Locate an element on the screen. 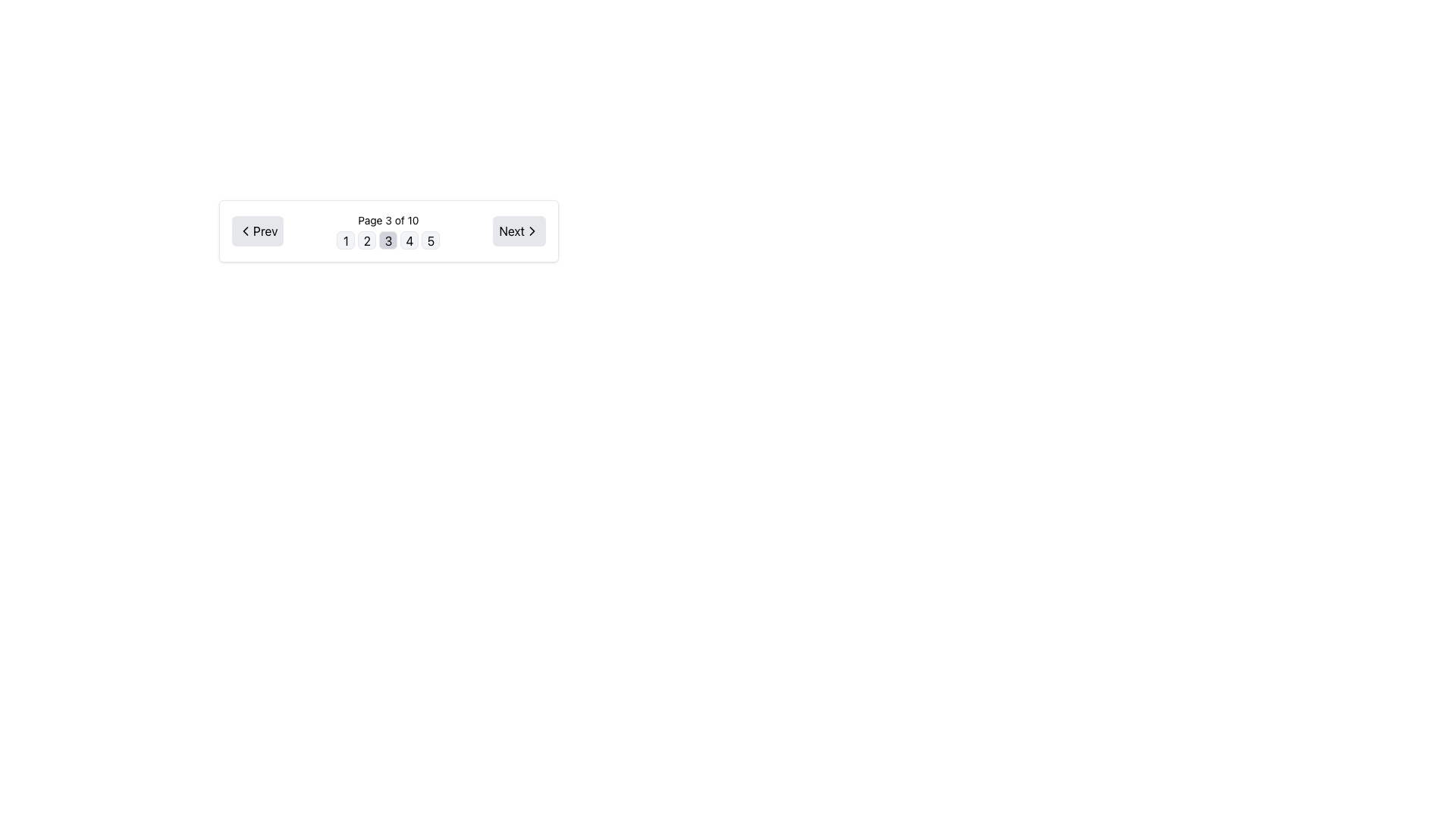  the pagination button labeled '4' is located at coordinates (409, 239).